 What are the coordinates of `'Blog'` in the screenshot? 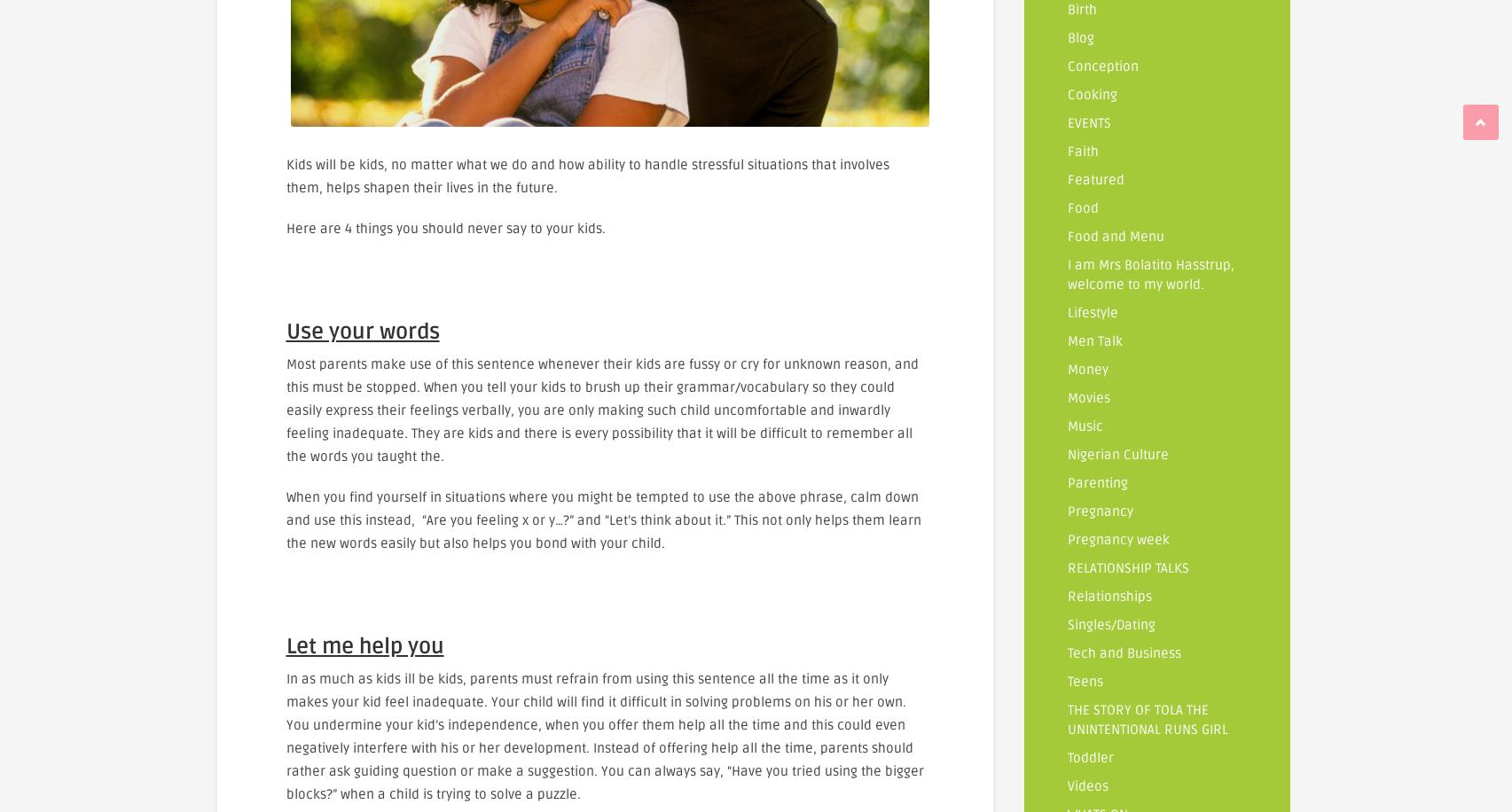 It's located at (1081, 37).